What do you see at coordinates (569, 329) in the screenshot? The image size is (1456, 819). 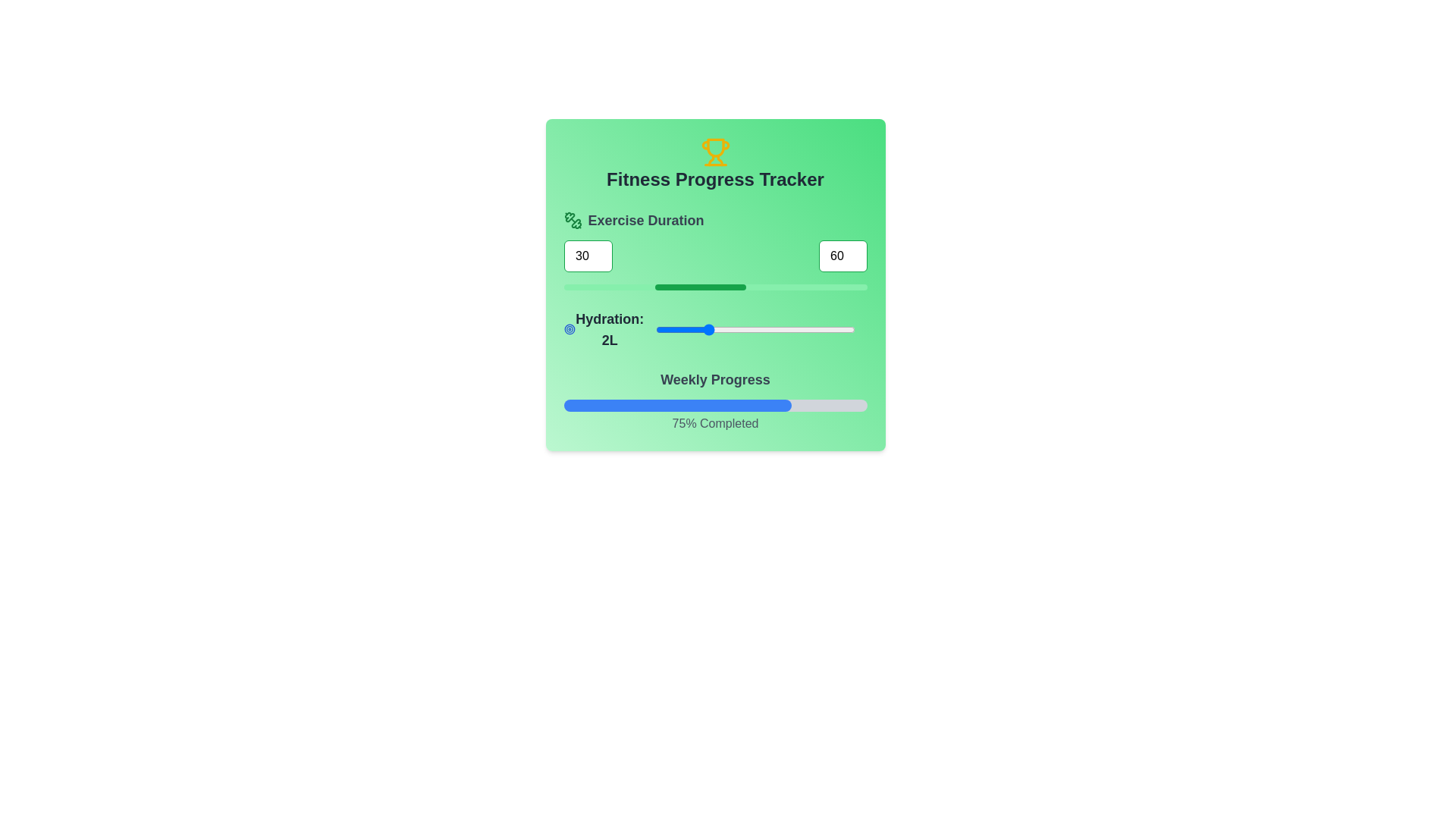 I see `the blue circular target icon with concentric circles located to the left of the 'Hydration: 2L' label in the 'Fitness Progress Tracker' section` at bounding box center [569, 329].